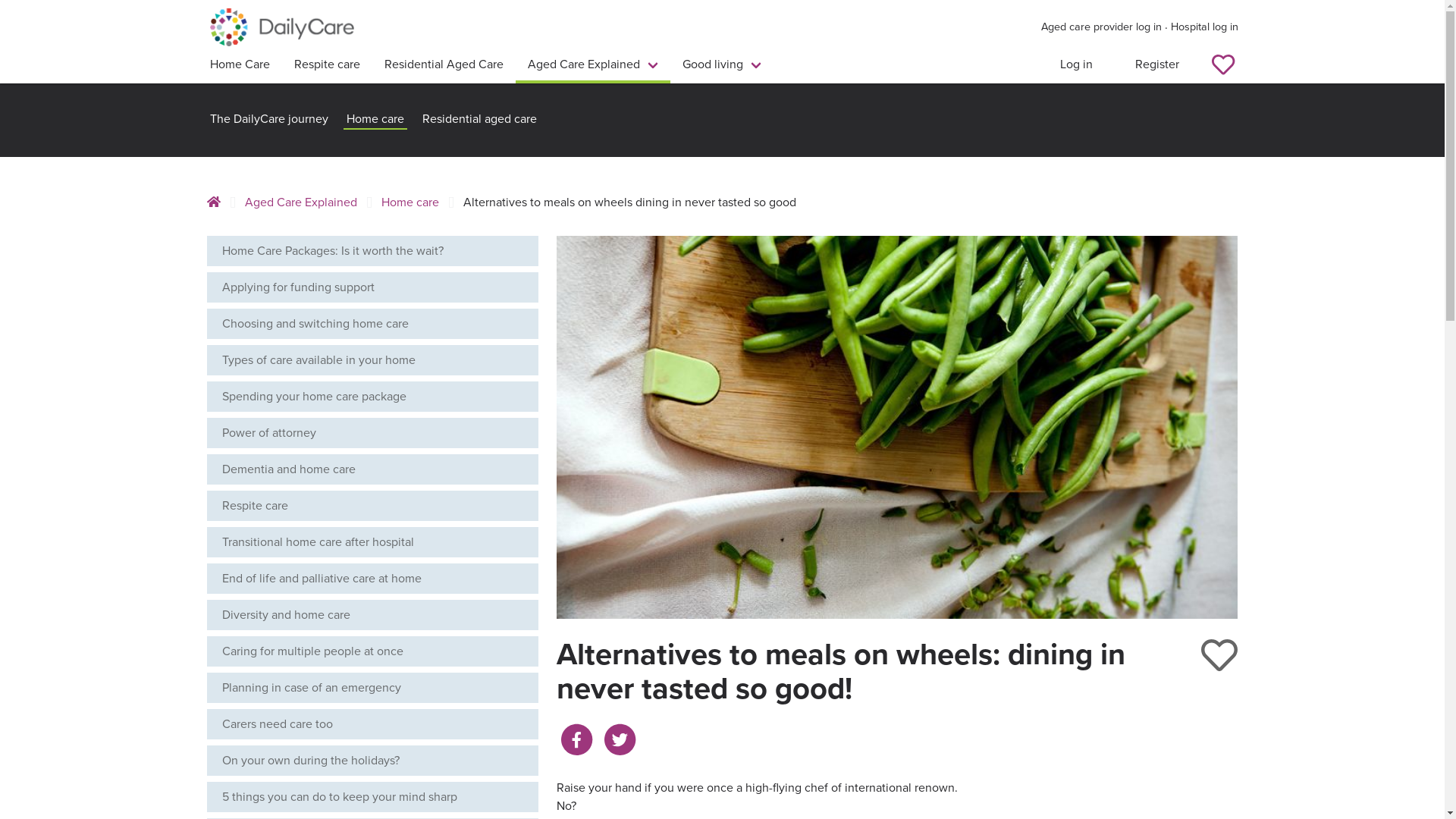 This screenshot has width=1456, height=819. What do you see at coordinates (217, 201) in the screenshot?
I see `'Home'` at bounding box center [217, 201].